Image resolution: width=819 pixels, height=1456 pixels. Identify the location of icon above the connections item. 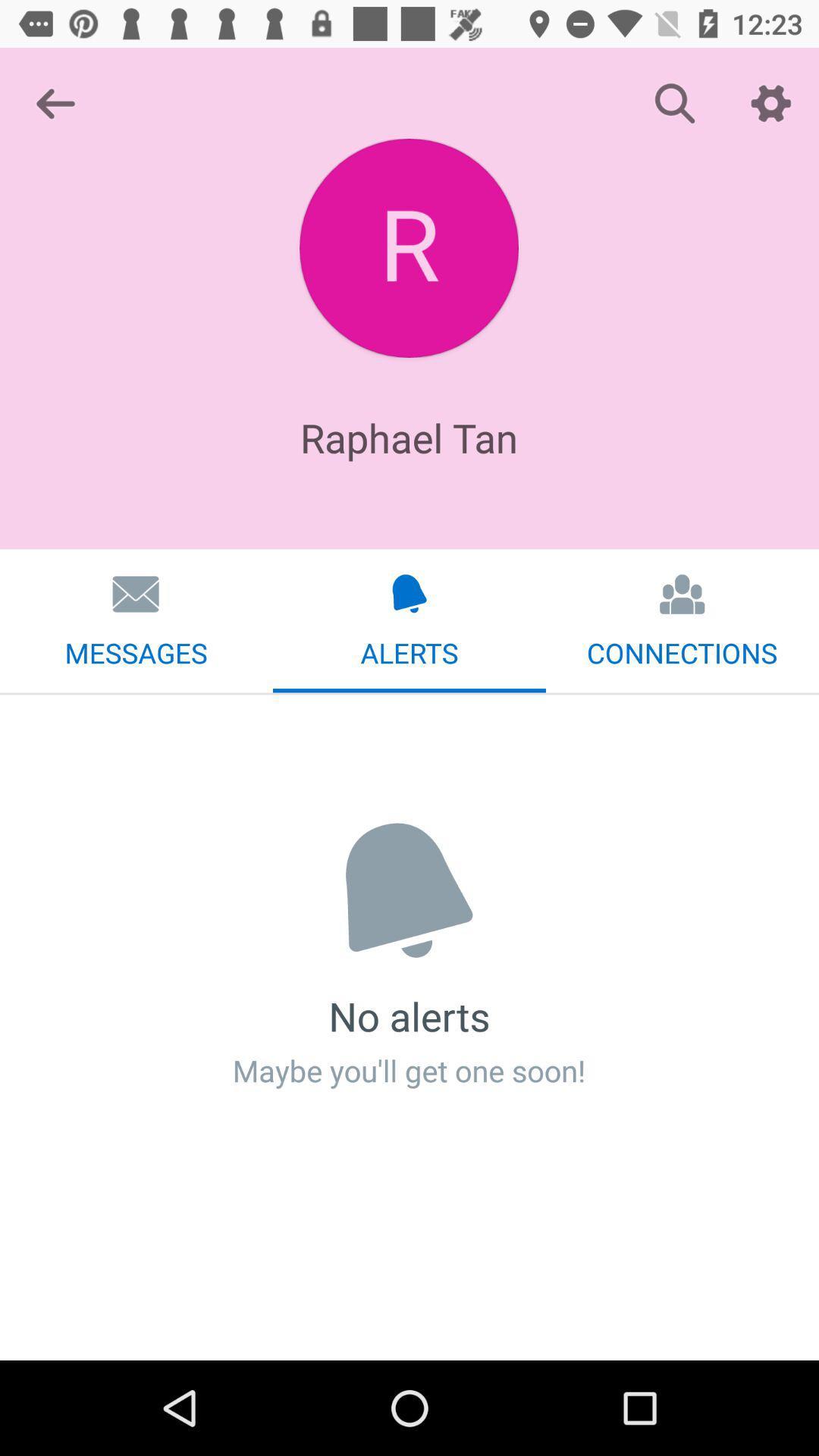
(771, 102).